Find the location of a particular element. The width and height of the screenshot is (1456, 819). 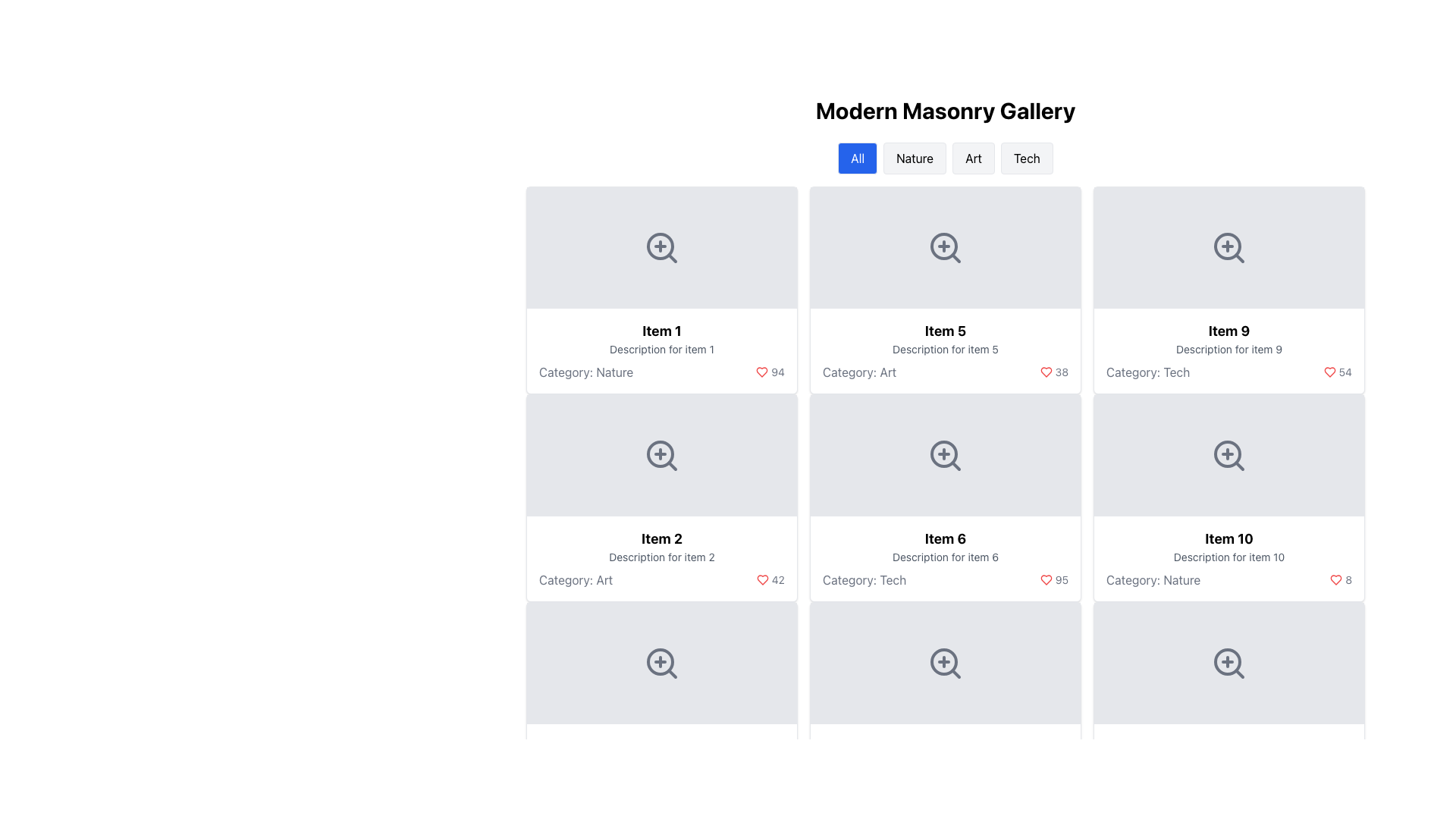

the text label that displays the category for 'Item 6', which is located in the bottom section of the item card, aligned left beneath the description text is located at coordinates (864, 579).